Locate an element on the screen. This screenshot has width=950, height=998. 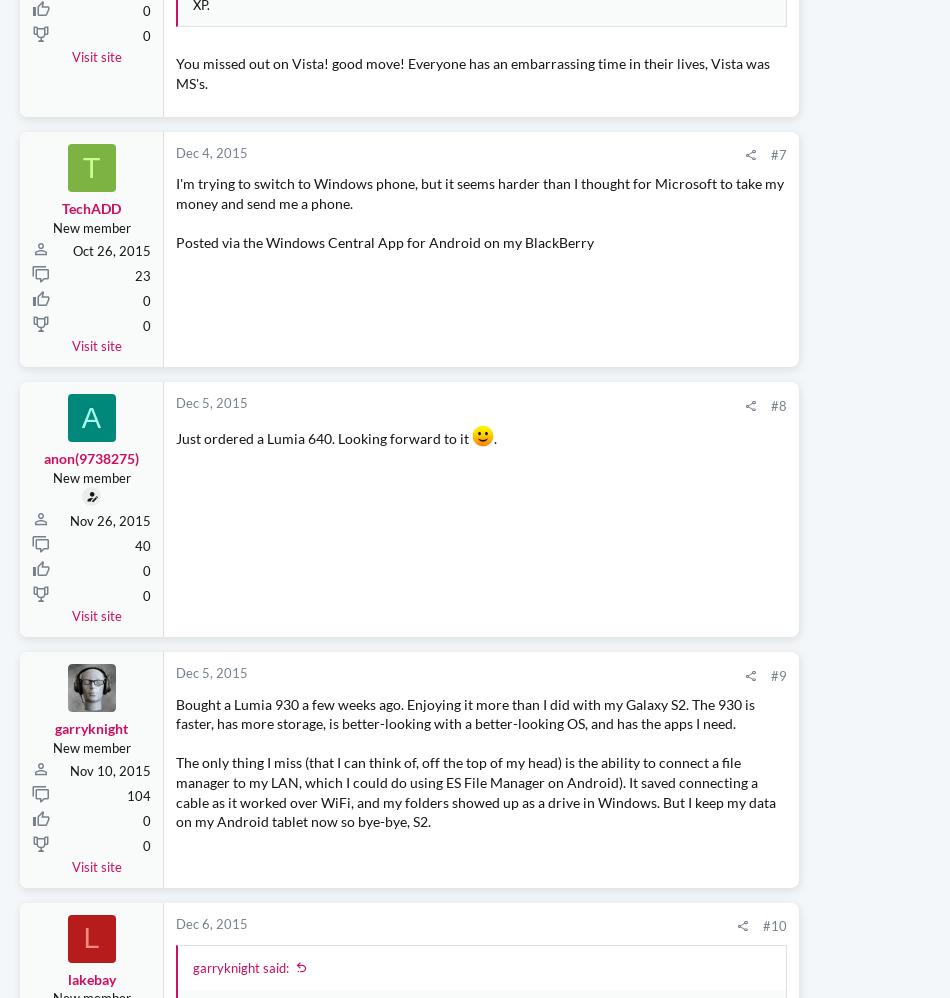
'Just ordered a Lumia 640. Looking forward to it' is located at coordinates (176, 573).